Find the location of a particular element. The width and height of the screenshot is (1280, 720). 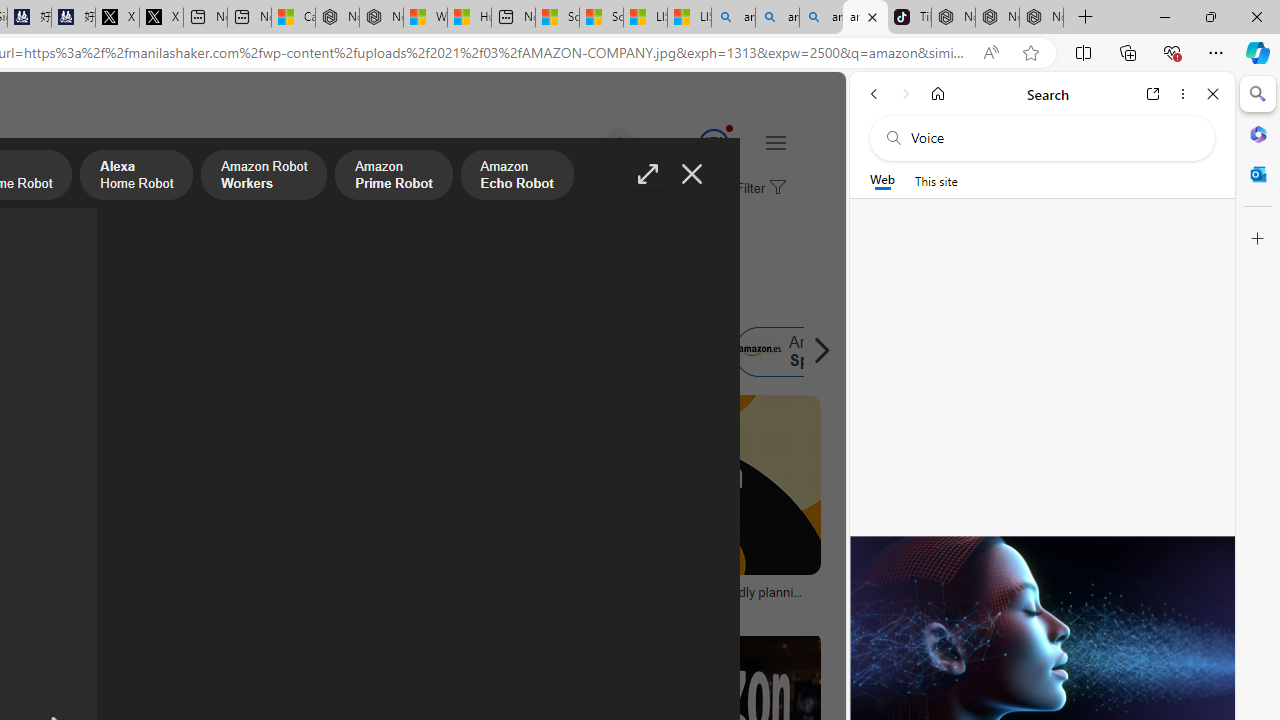

'Class: medal-circled' is located at coordinates (713, 143).